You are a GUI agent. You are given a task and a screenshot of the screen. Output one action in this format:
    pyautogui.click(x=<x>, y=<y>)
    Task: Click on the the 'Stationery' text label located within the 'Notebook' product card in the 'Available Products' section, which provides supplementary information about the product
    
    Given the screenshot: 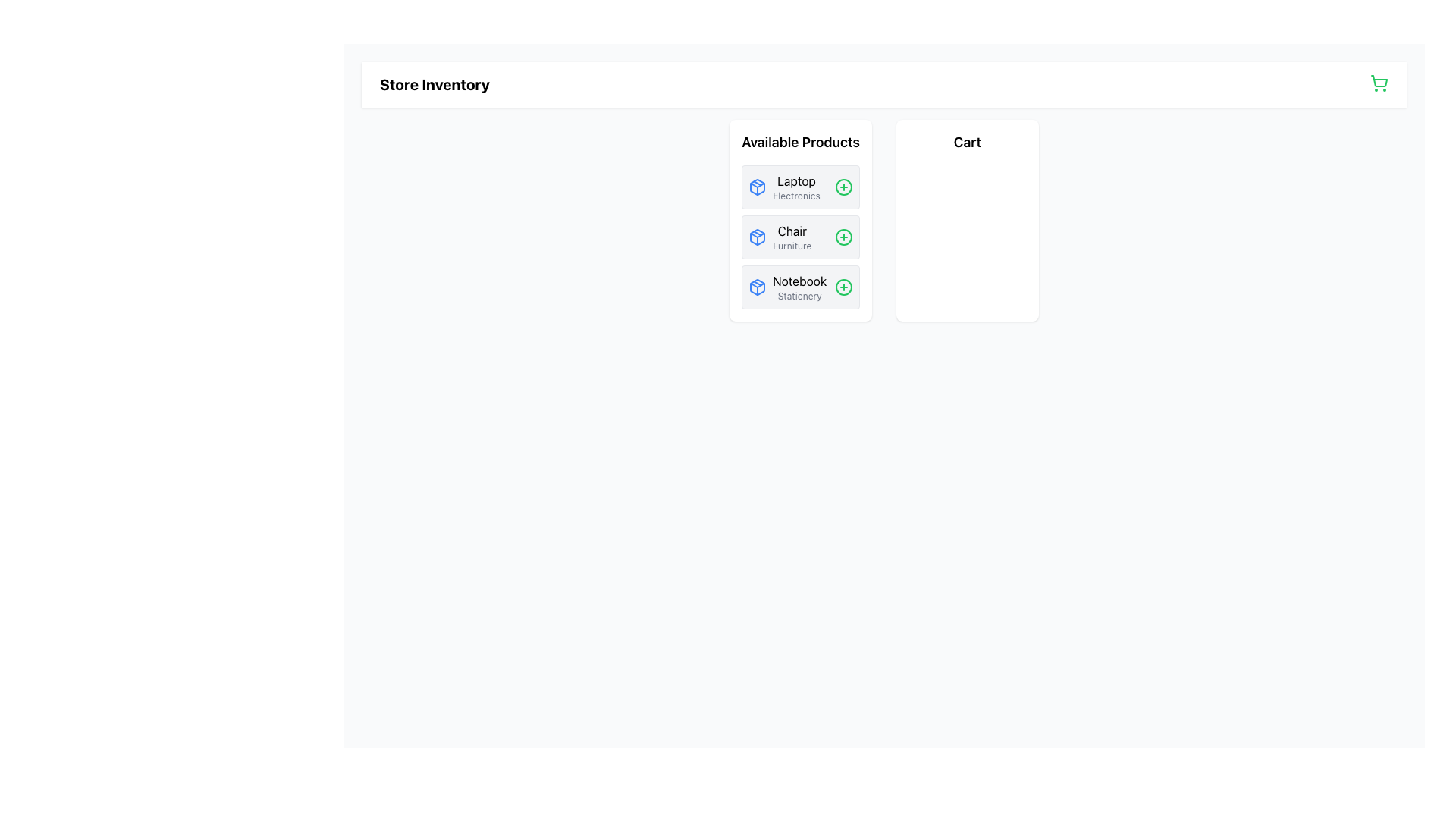 What is the action you would take?
    pyautogui.click(x=799, y=296)
    